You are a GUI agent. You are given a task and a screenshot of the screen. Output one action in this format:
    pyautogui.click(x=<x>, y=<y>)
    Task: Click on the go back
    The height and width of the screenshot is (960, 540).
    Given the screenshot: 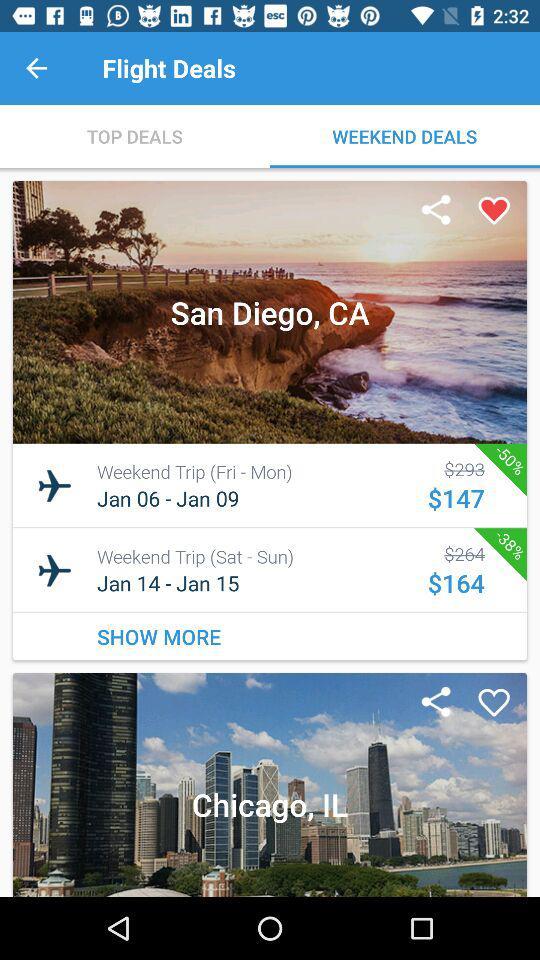 What is the action you would take?
    pyautogui.click(x=36, y=68)
    